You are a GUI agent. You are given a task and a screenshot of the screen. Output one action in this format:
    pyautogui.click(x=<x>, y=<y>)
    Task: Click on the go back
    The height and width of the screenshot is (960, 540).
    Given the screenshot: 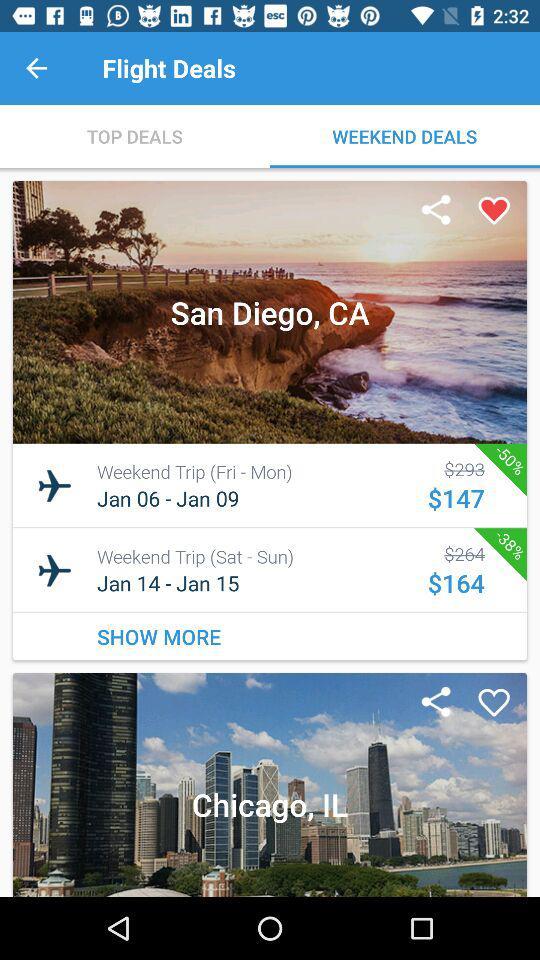 What is the action you would take?
    pyautogui.click(x=36, y=68)
    